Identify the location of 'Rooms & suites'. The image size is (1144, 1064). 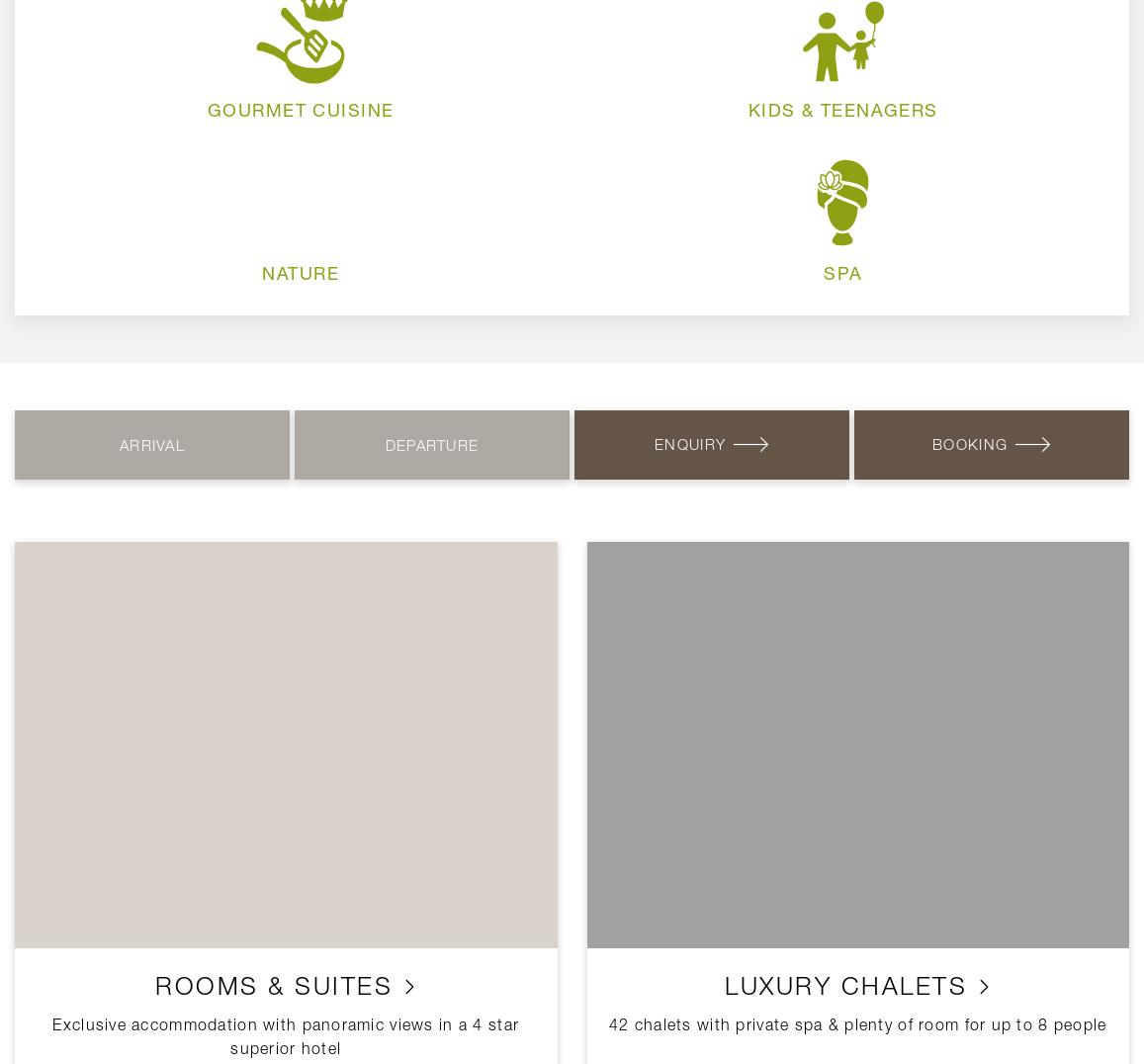
(277, 983).